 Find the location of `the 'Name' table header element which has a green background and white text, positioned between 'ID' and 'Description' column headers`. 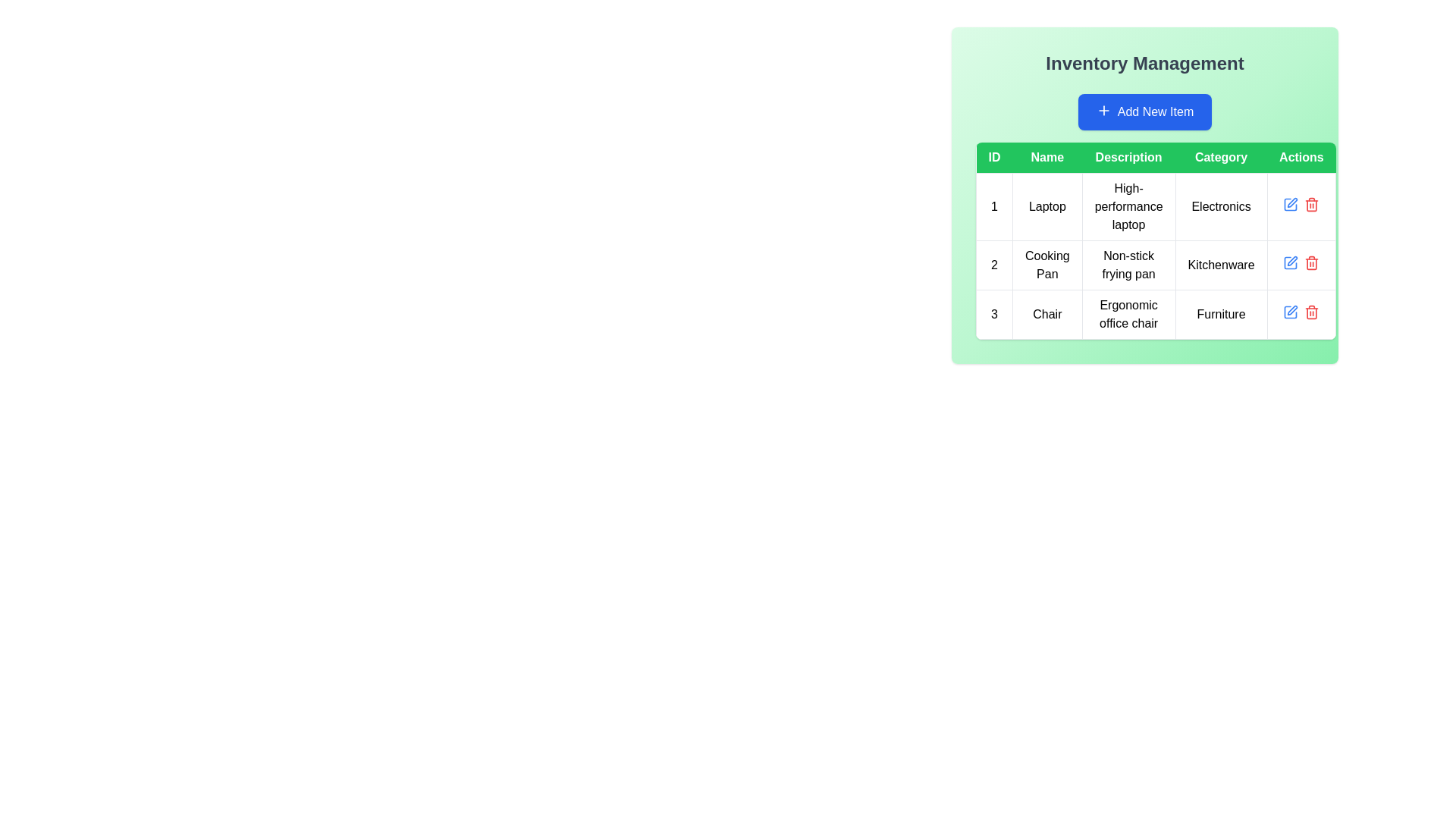

the 'Name' table header element which has a green background and white text, positioned between 'ID' and 'Description' column headers is located at coordinates (1046, 158).